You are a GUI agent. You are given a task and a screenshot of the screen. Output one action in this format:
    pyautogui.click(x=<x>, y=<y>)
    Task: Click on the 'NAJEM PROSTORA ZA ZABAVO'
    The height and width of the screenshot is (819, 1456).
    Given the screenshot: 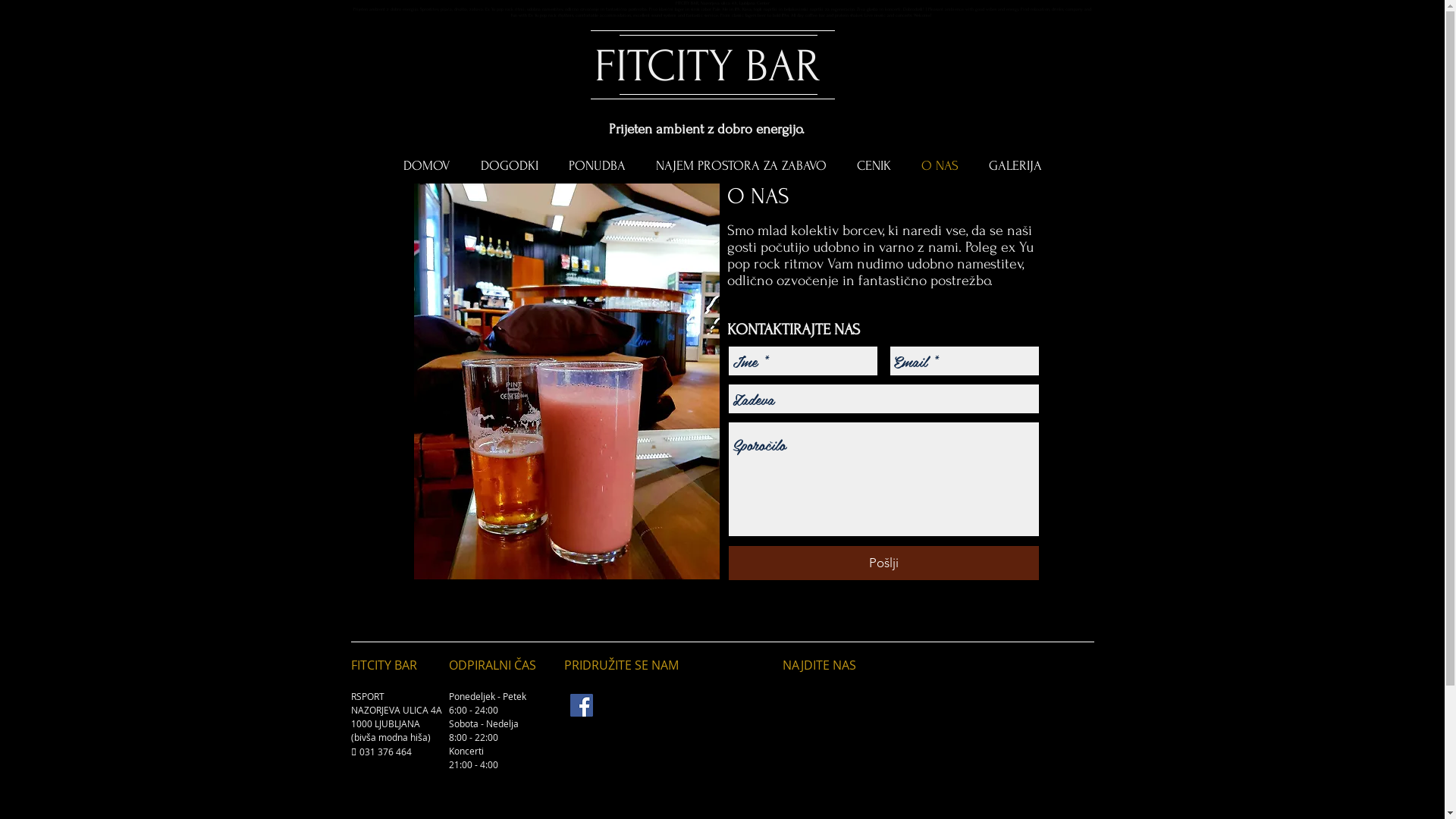 What is the action you would take?
    pyautogui.click(x=740, y=166)
    